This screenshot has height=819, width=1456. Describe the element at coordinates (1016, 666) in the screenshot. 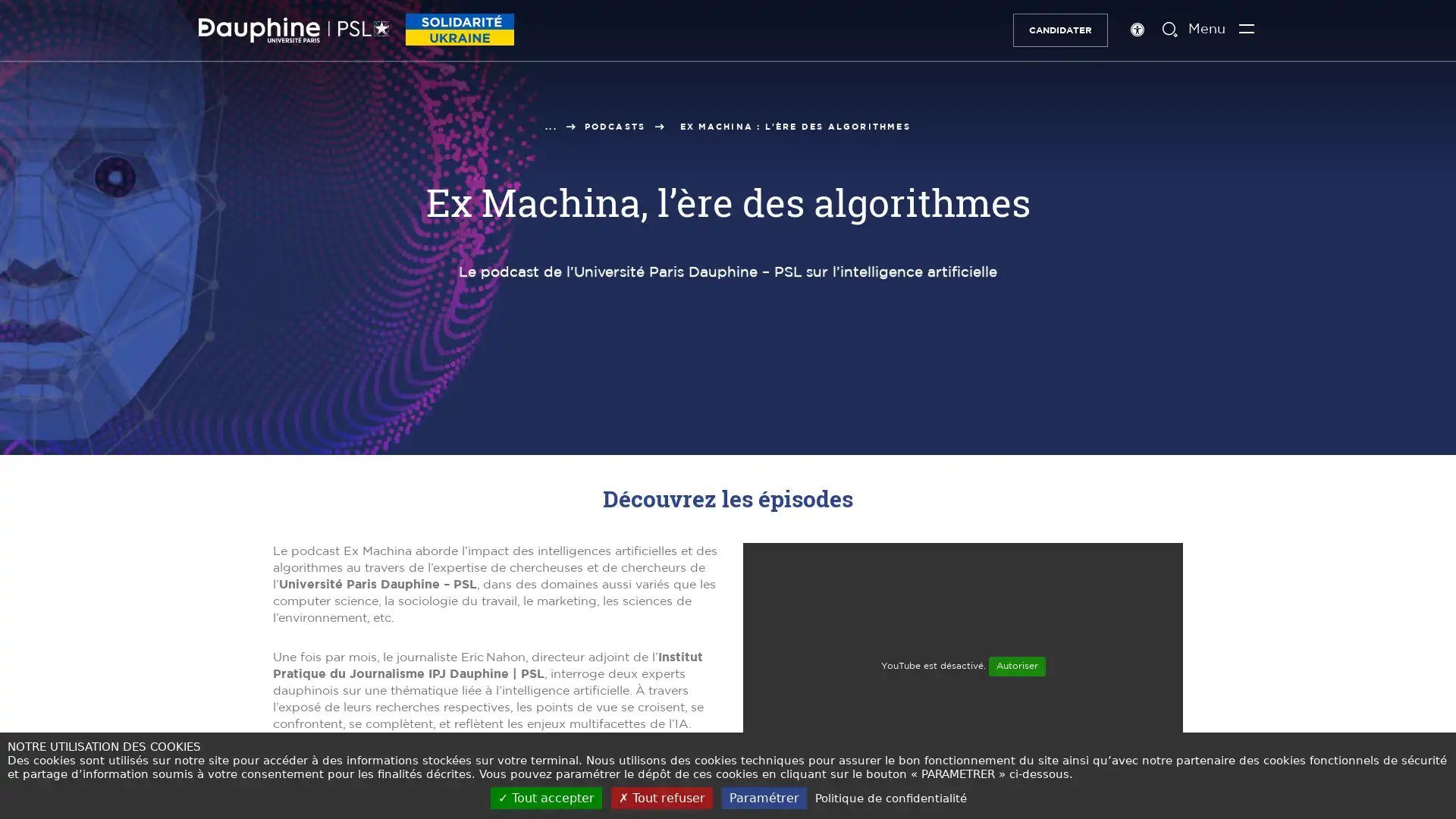

I see `Autoriser` at that location.